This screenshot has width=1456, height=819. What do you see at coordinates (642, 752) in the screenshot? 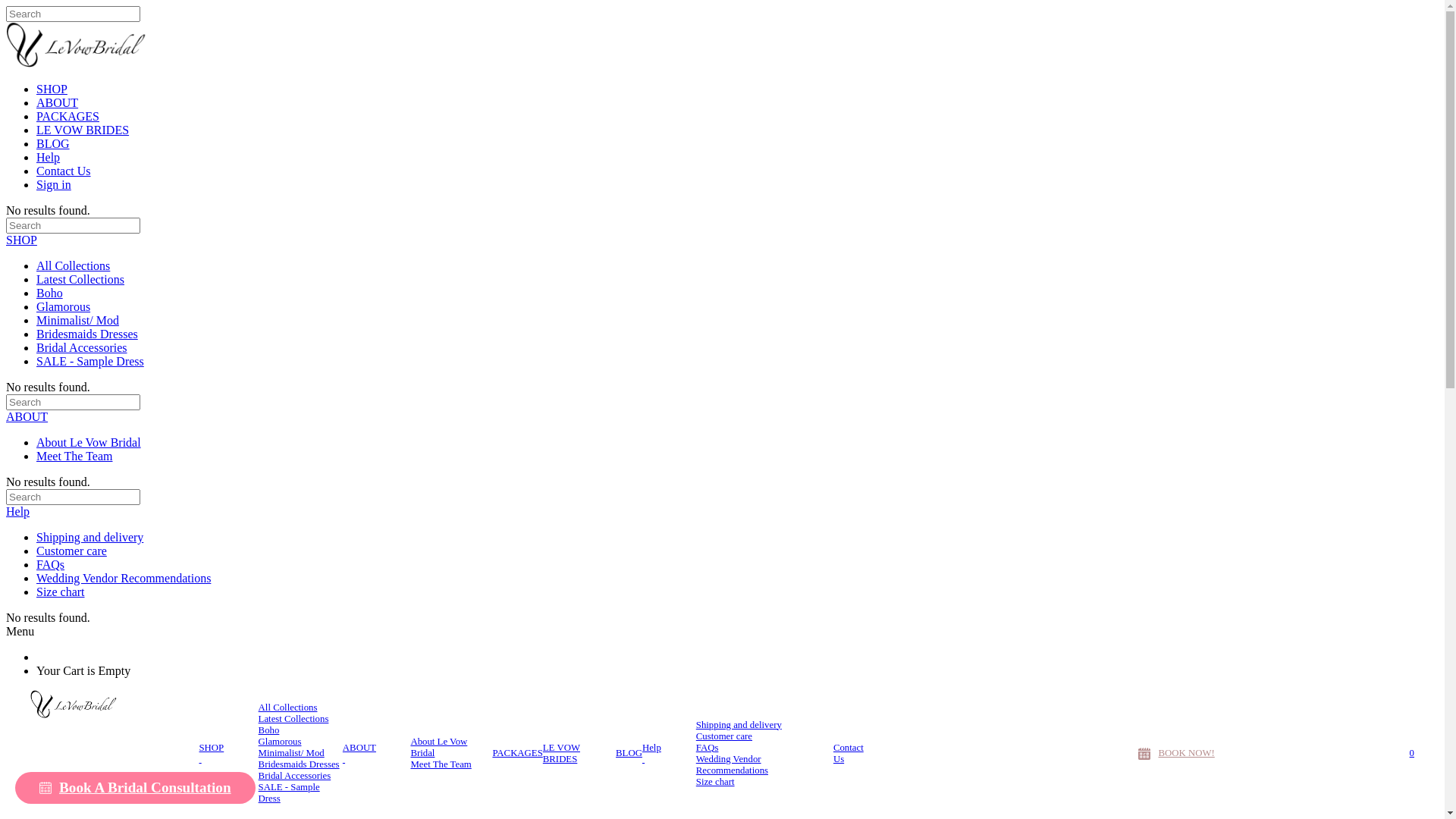
I see `'Help  '` at bounding box center [642, 752].